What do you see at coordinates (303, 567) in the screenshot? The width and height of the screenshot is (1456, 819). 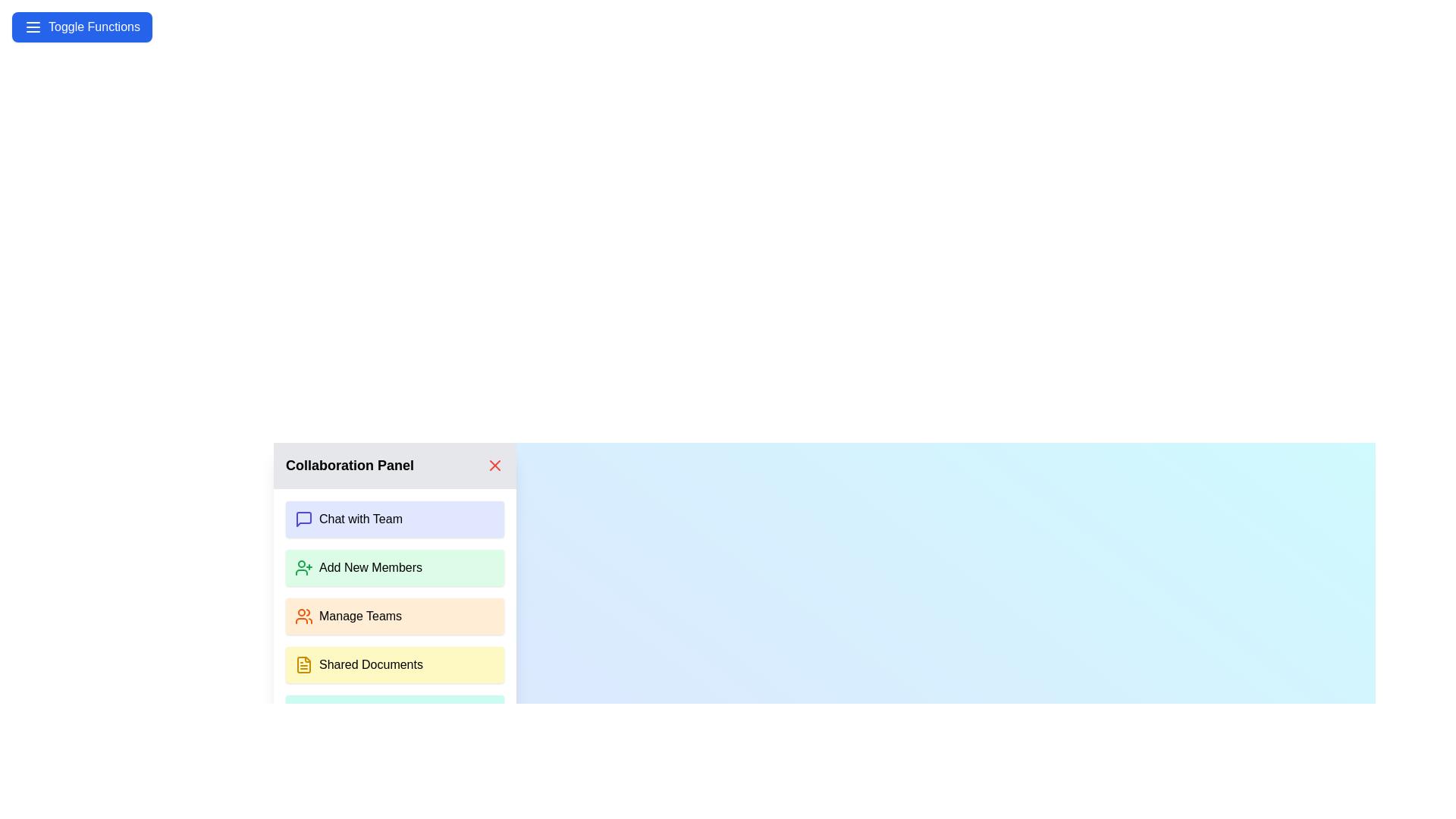 I see `the green user icon with a plus sign located just before the 'Add New Members' text` at bounding box center [303, 567].